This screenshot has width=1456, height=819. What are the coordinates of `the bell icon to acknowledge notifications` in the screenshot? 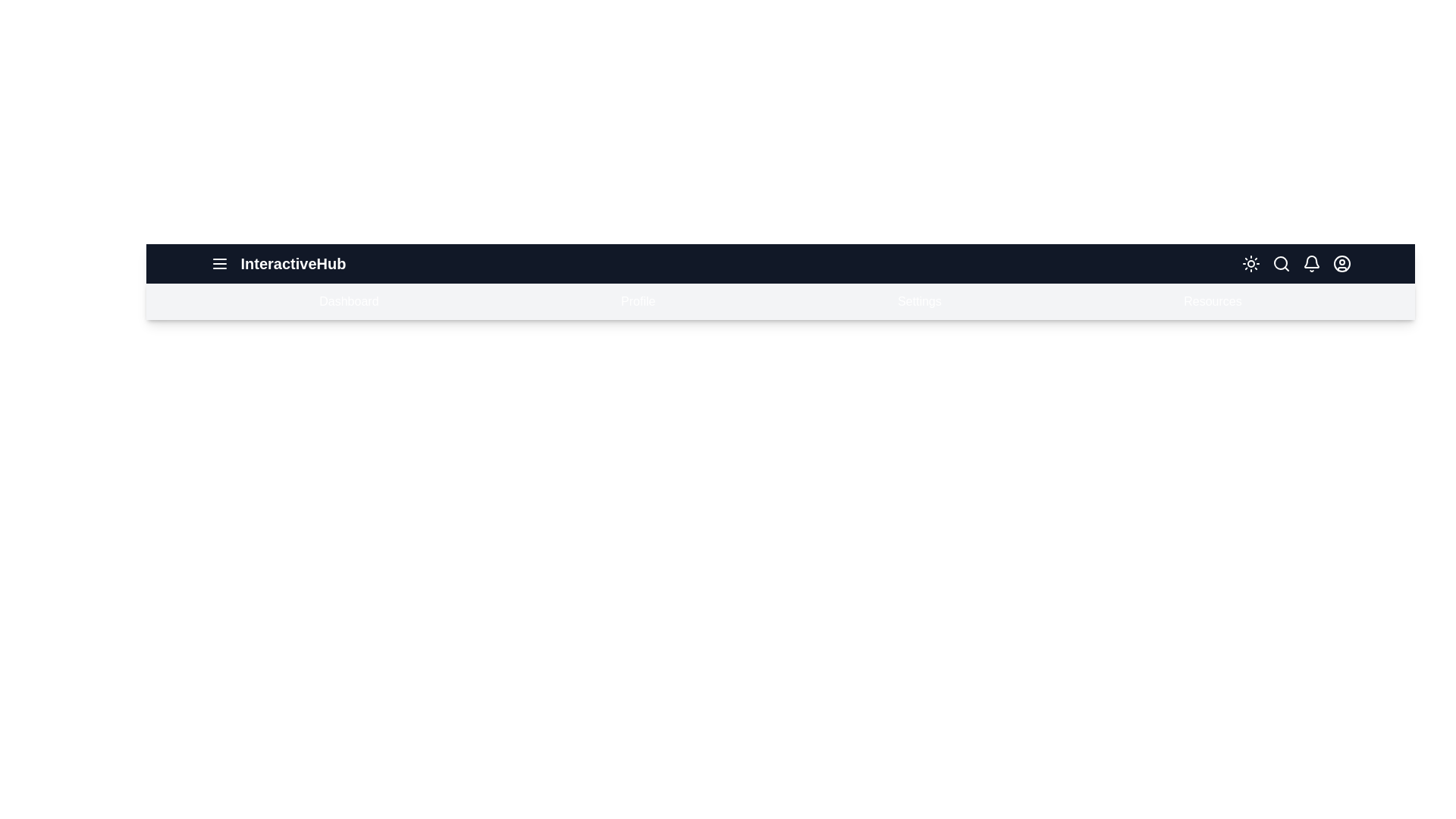 It's located at (1310, 262).